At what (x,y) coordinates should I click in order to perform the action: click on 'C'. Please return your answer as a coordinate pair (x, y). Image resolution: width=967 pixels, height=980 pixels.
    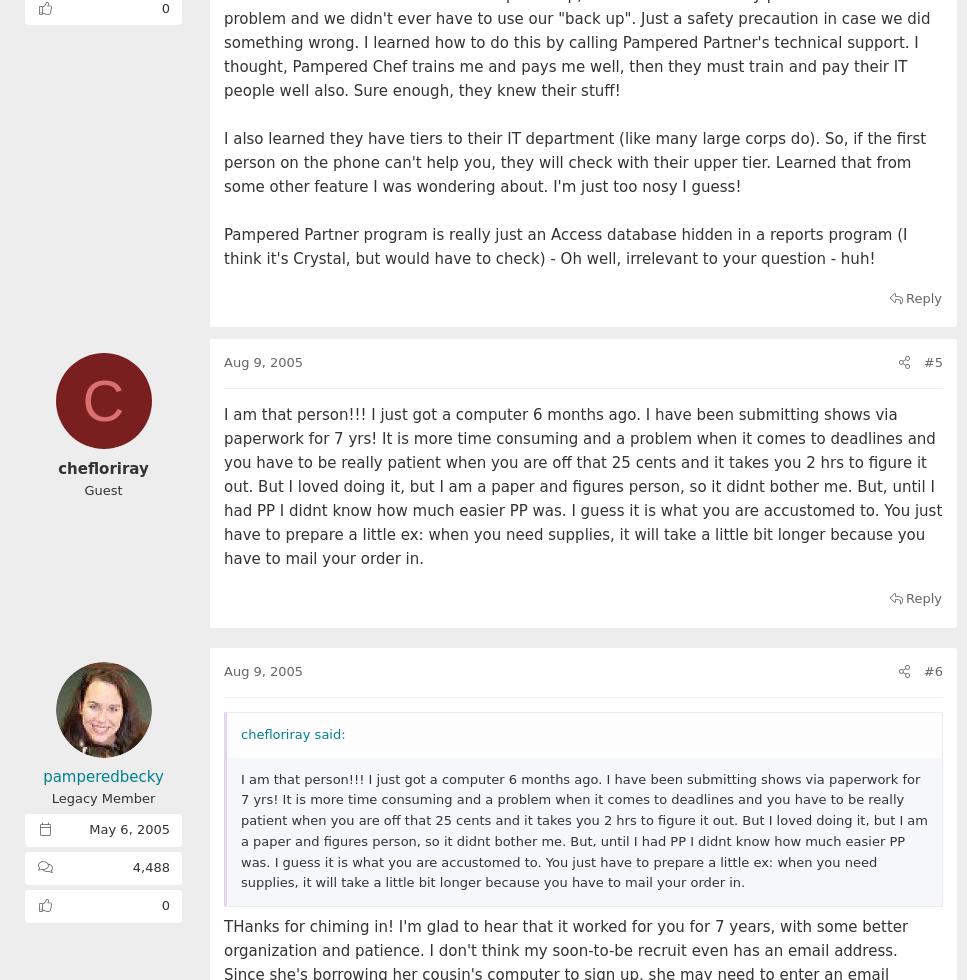
    Looking at the image, I should click on (102, 400).